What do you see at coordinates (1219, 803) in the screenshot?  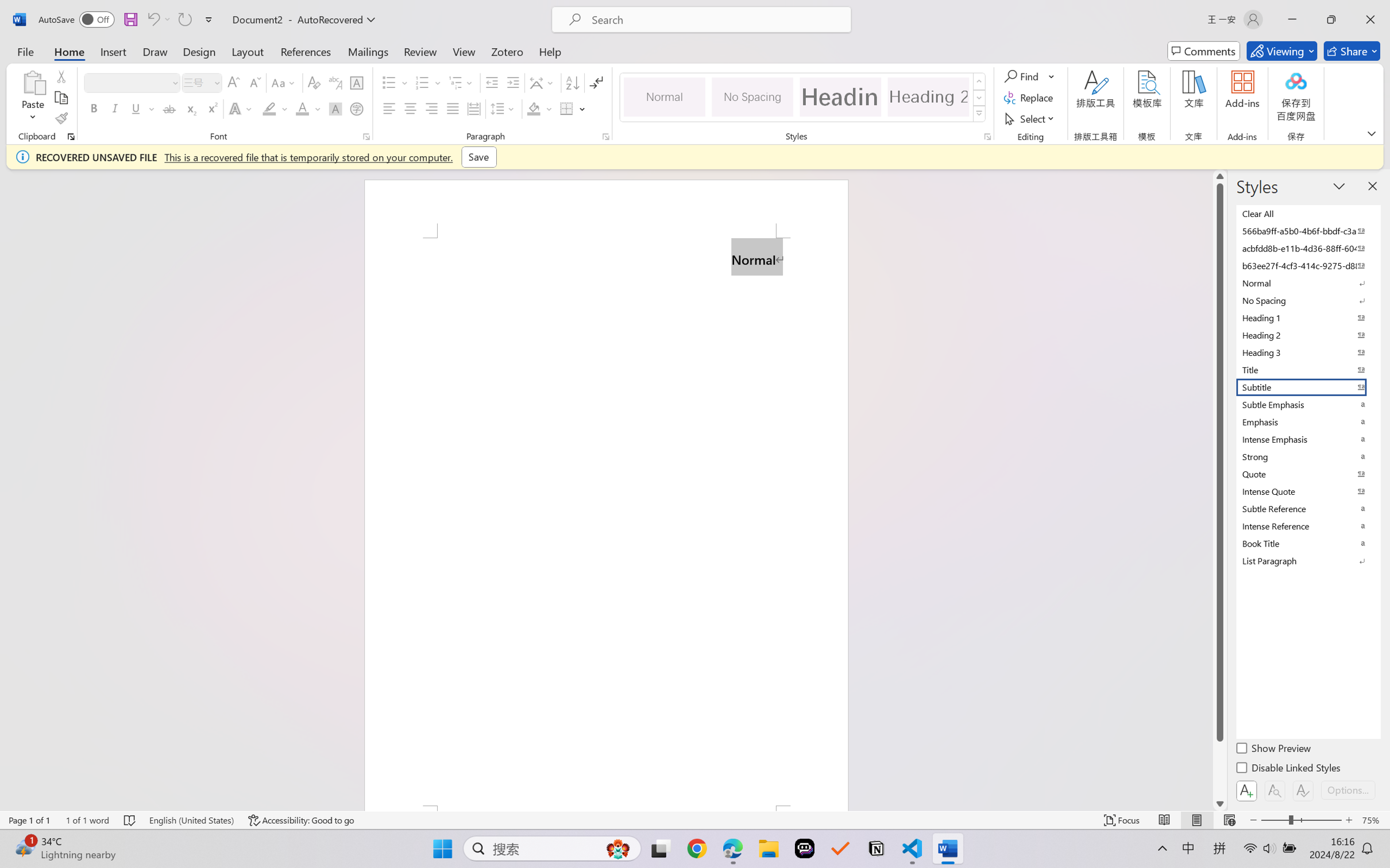 I see `'Line down'` at bounding box center [1219, 803].